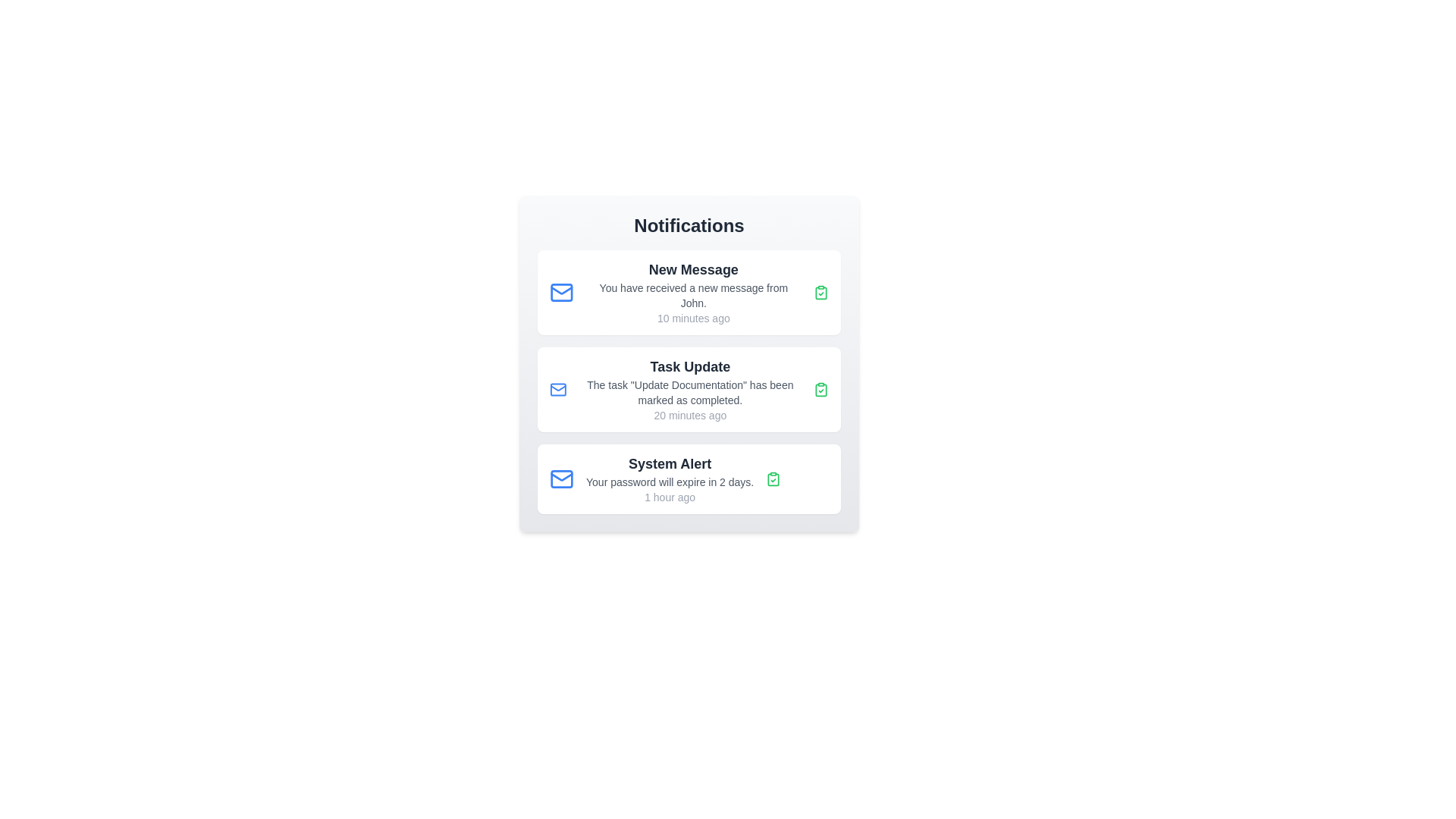  Describe the element at coordinates (821, 388) in the screenshot. I see `the green icon to mark the notification as read for 2` at that location.